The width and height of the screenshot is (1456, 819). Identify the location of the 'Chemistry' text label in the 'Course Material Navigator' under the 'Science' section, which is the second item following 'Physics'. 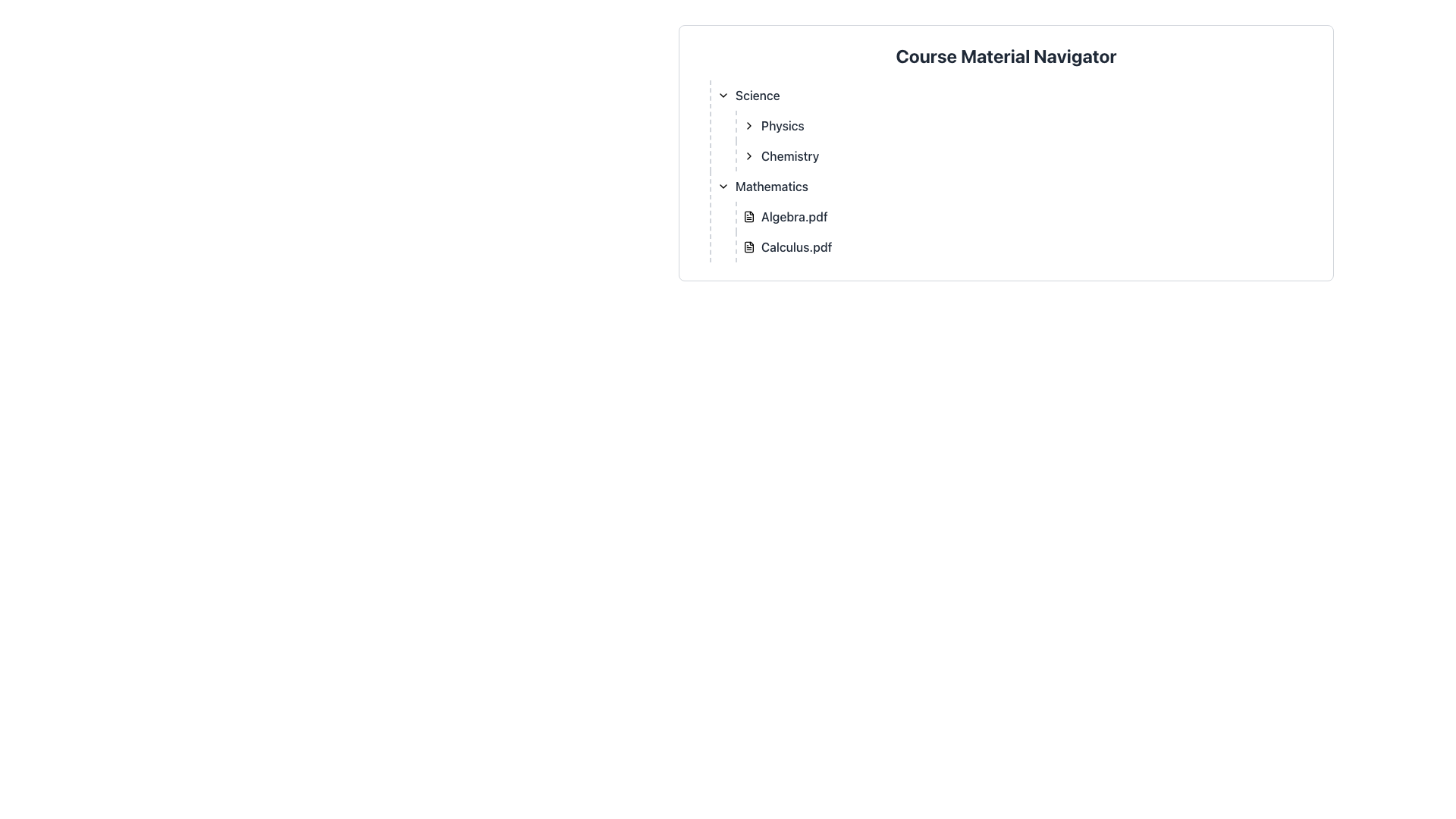
(789, 155).